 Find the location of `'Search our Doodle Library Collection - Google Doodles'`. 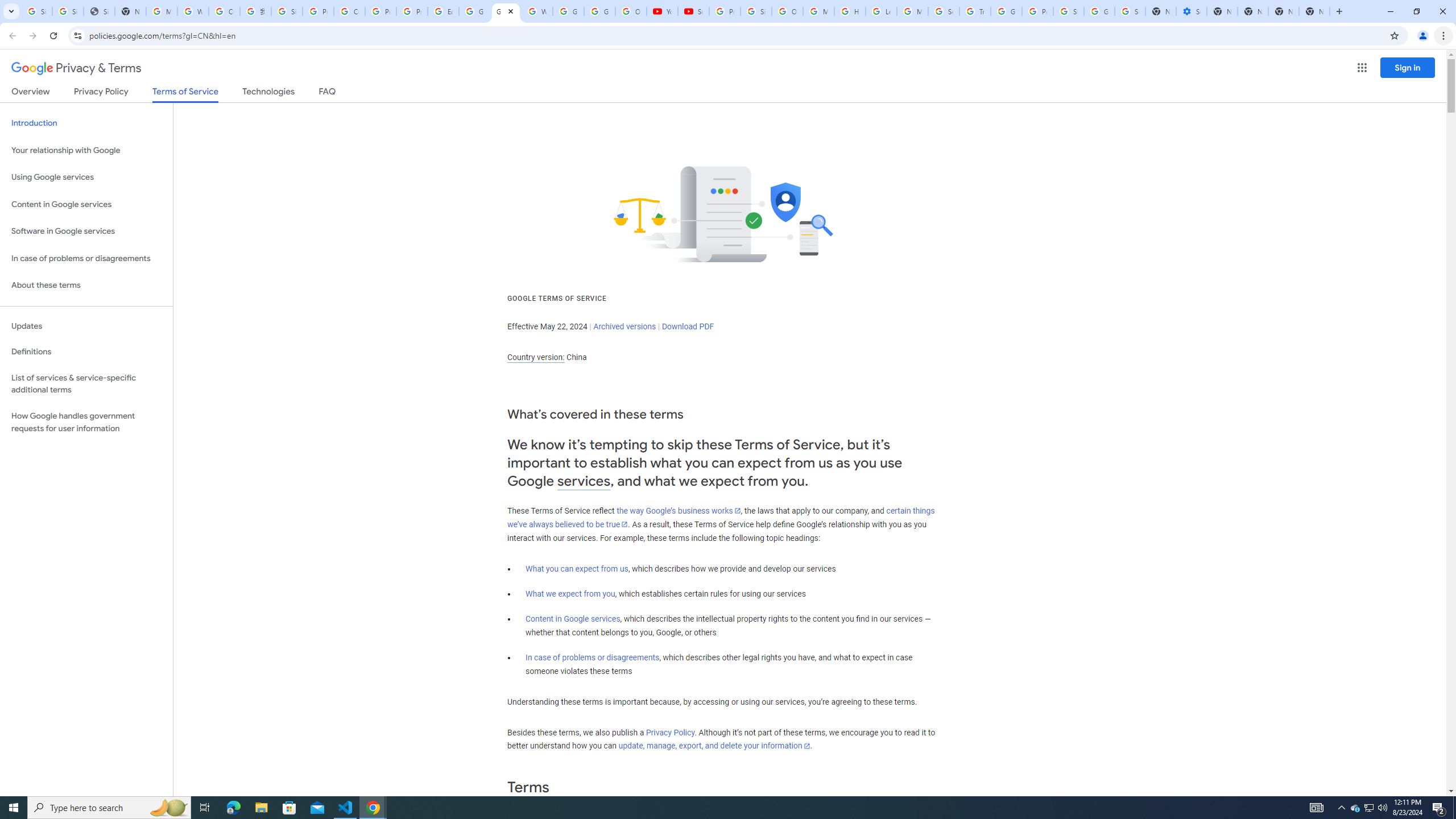

'Search our Doodle Library Collection - Google Doodles' is located at coordinates (943, 11).